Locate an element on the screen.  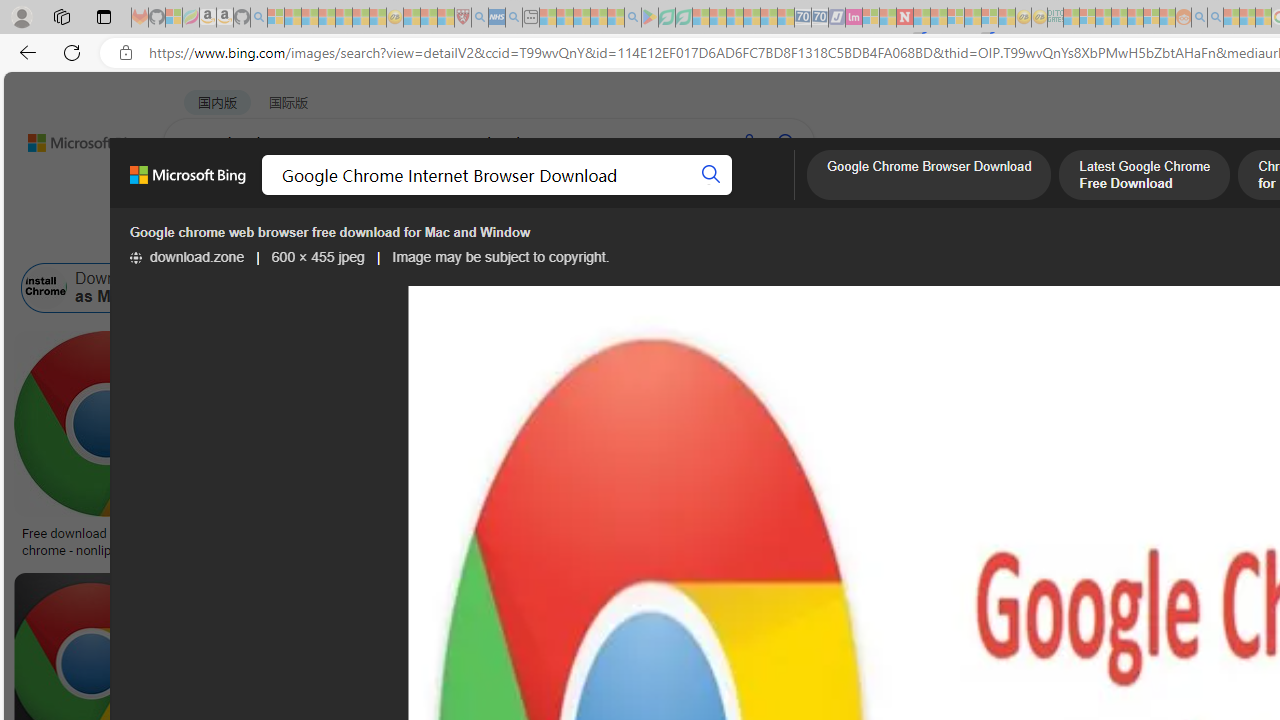
'Date' is located at coordinates (591, 236).